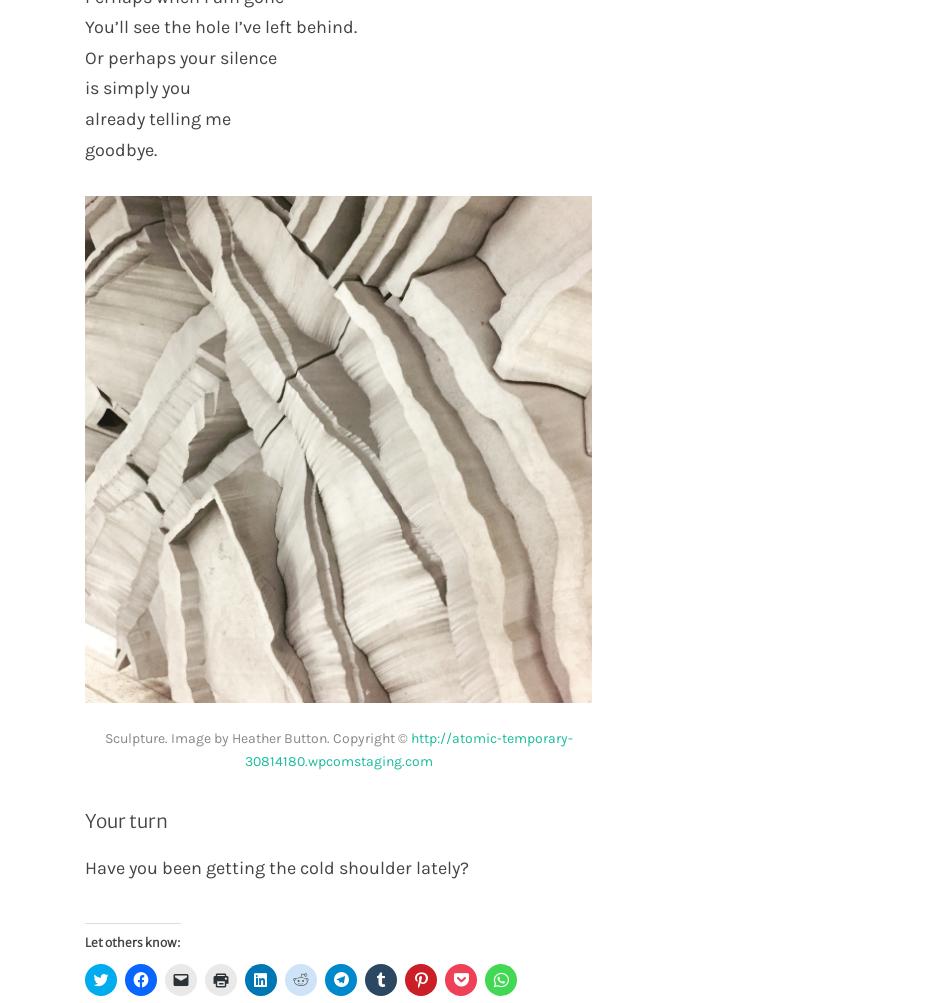 This screenshot has height=1003, width=950. What do you see at coordinates (180, 56) in the screenshot?
I see `'Or perhaps your silence'` at bounding box center [180, 56].